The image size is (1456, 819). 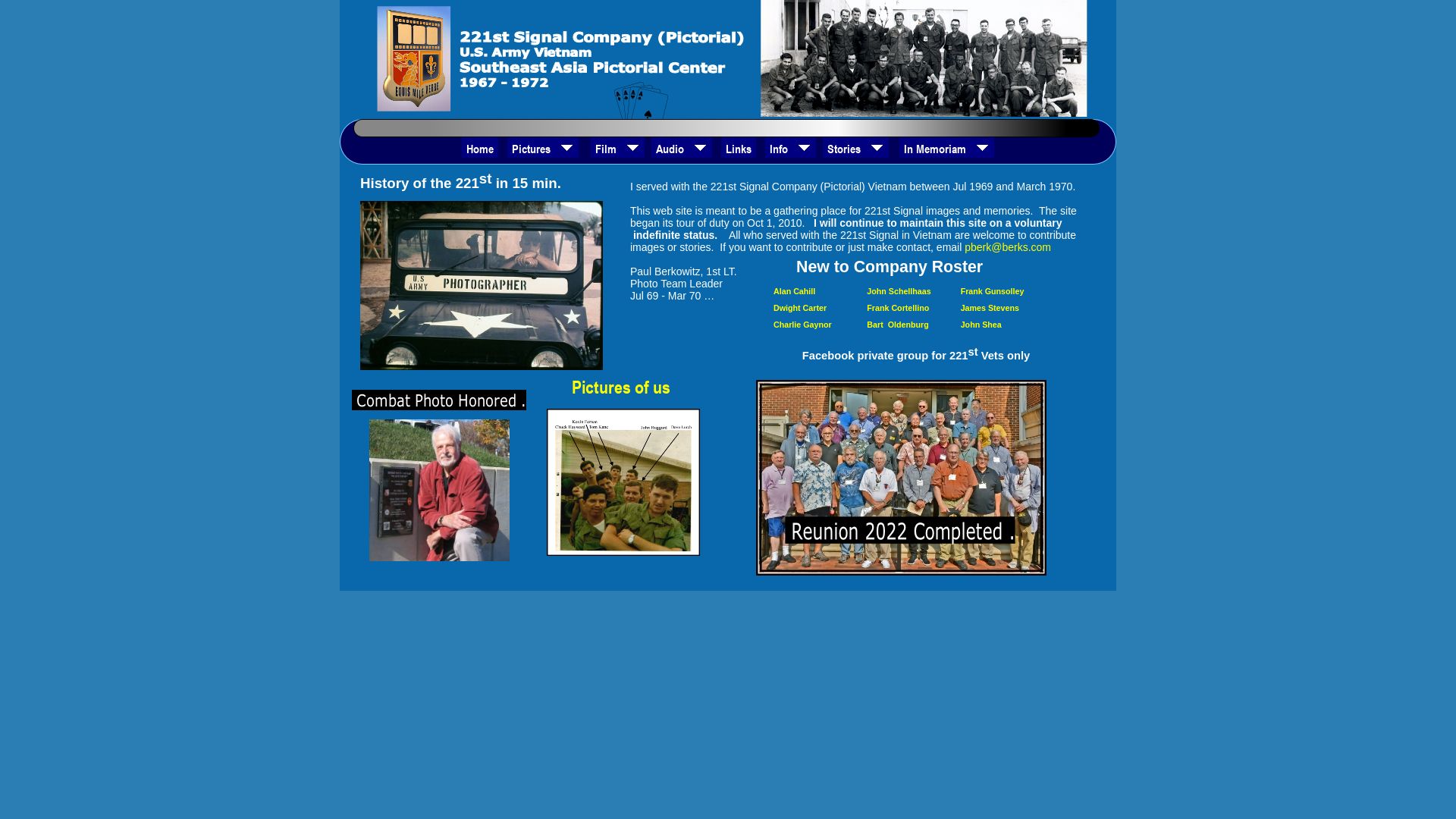 I want to click on 'Links', so click(x=738, y=147).